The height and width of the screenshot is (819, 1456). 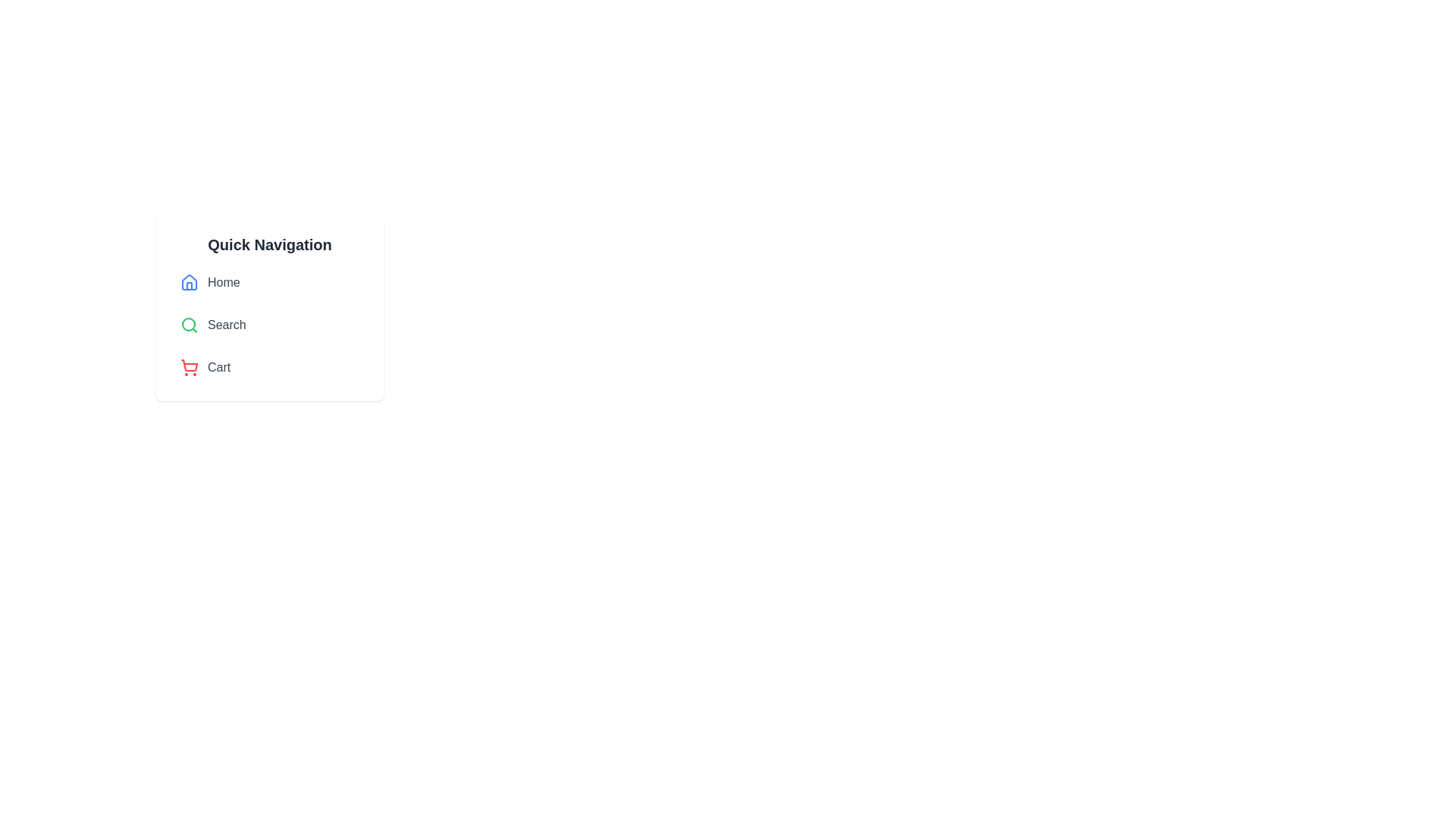 What do you see at coordinates (269, 368) in the screenshot?
I see `the 'Cart' button, which is a red shopping cart icon with the label 'Cart', the third item in the vertical navigation list` at bounding box center [269, 368].